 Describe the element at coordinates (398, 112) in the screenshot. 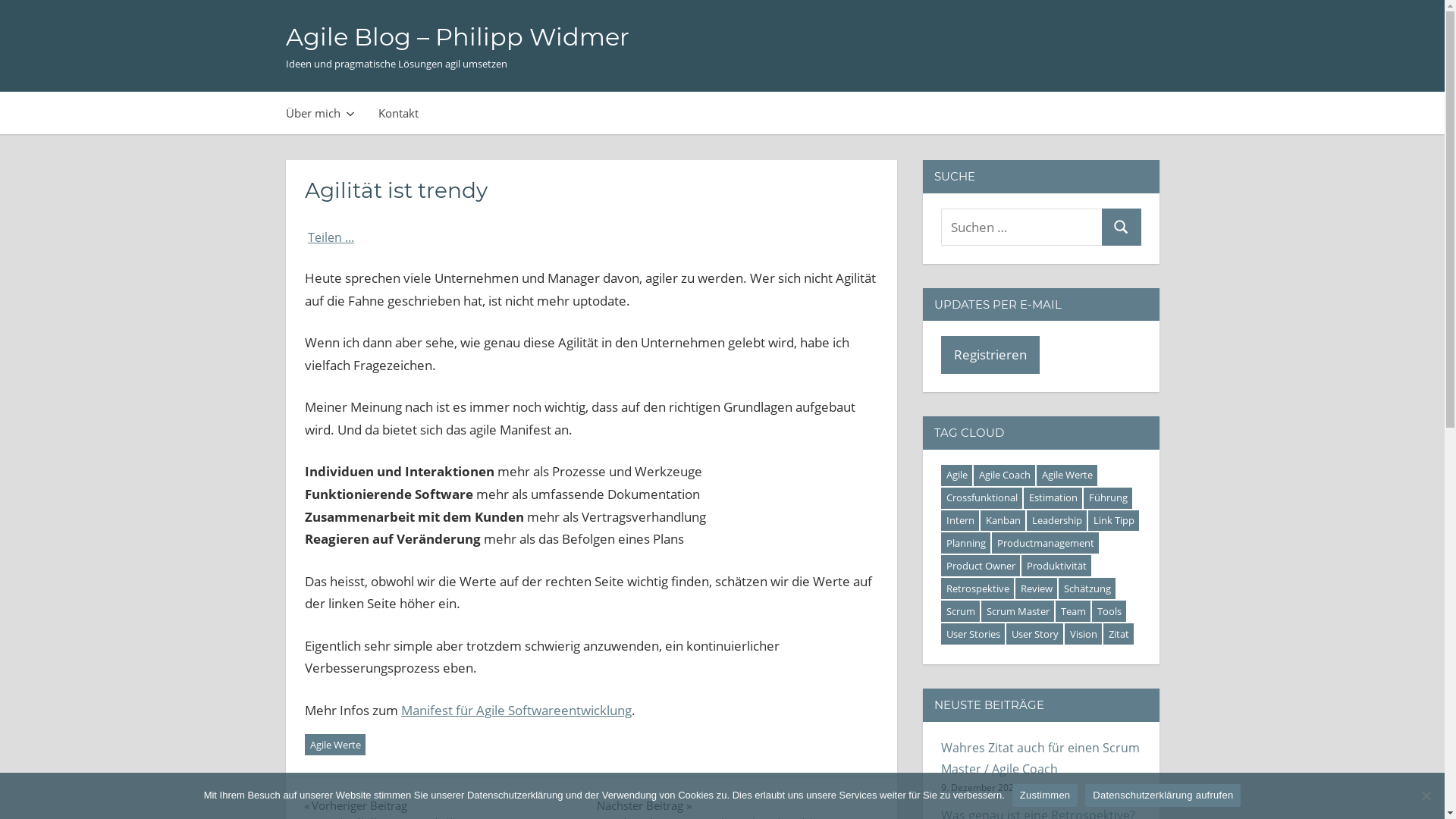

I see `'Kontakt'` at that location.